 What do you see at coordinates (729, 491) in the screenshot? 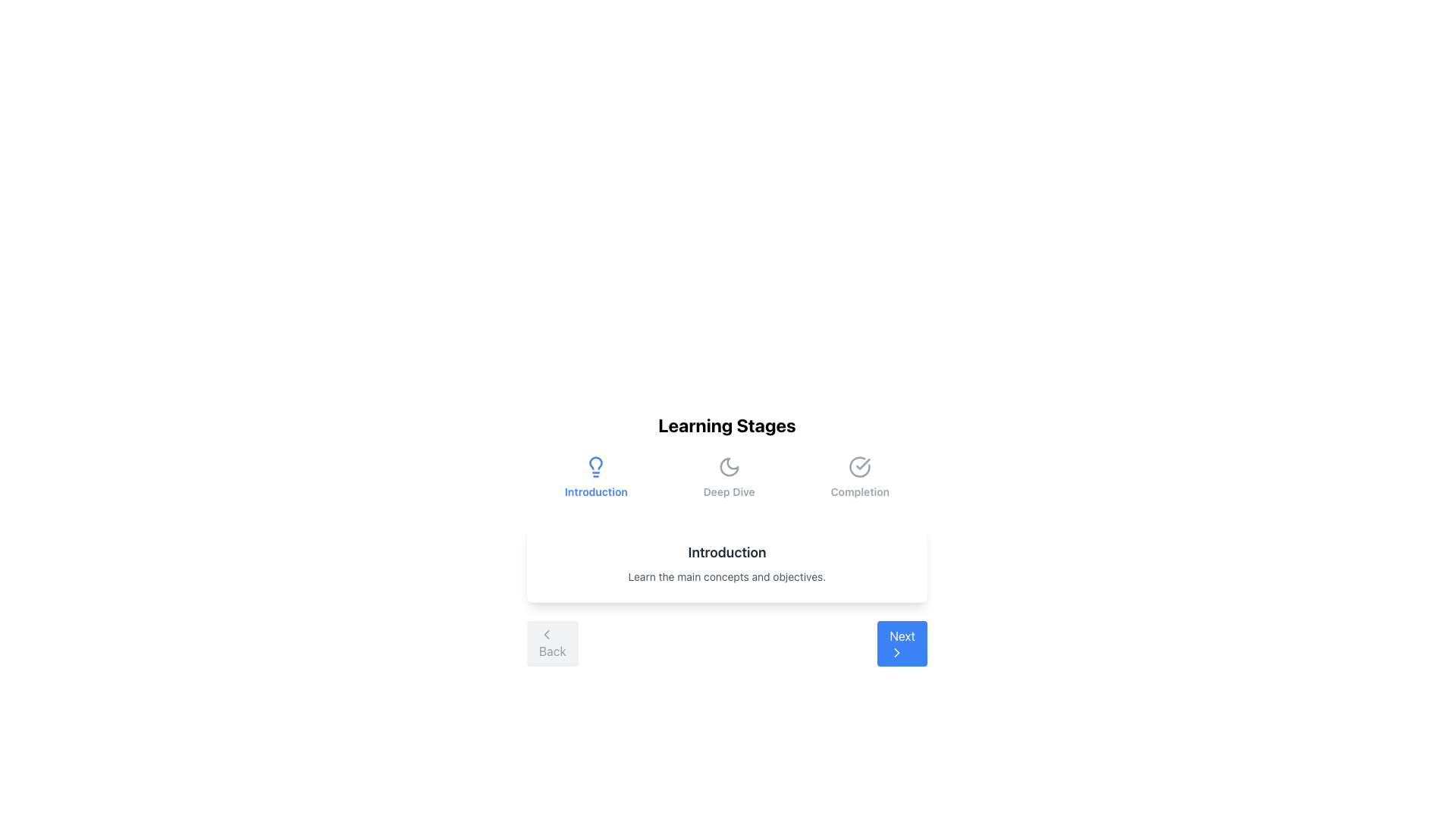
I see `the 'Deep Dive' text label, which is styled in a small, bold font and is centered under a circular icon in the 'Learning Stages' section` at bounding box center [729, 491].